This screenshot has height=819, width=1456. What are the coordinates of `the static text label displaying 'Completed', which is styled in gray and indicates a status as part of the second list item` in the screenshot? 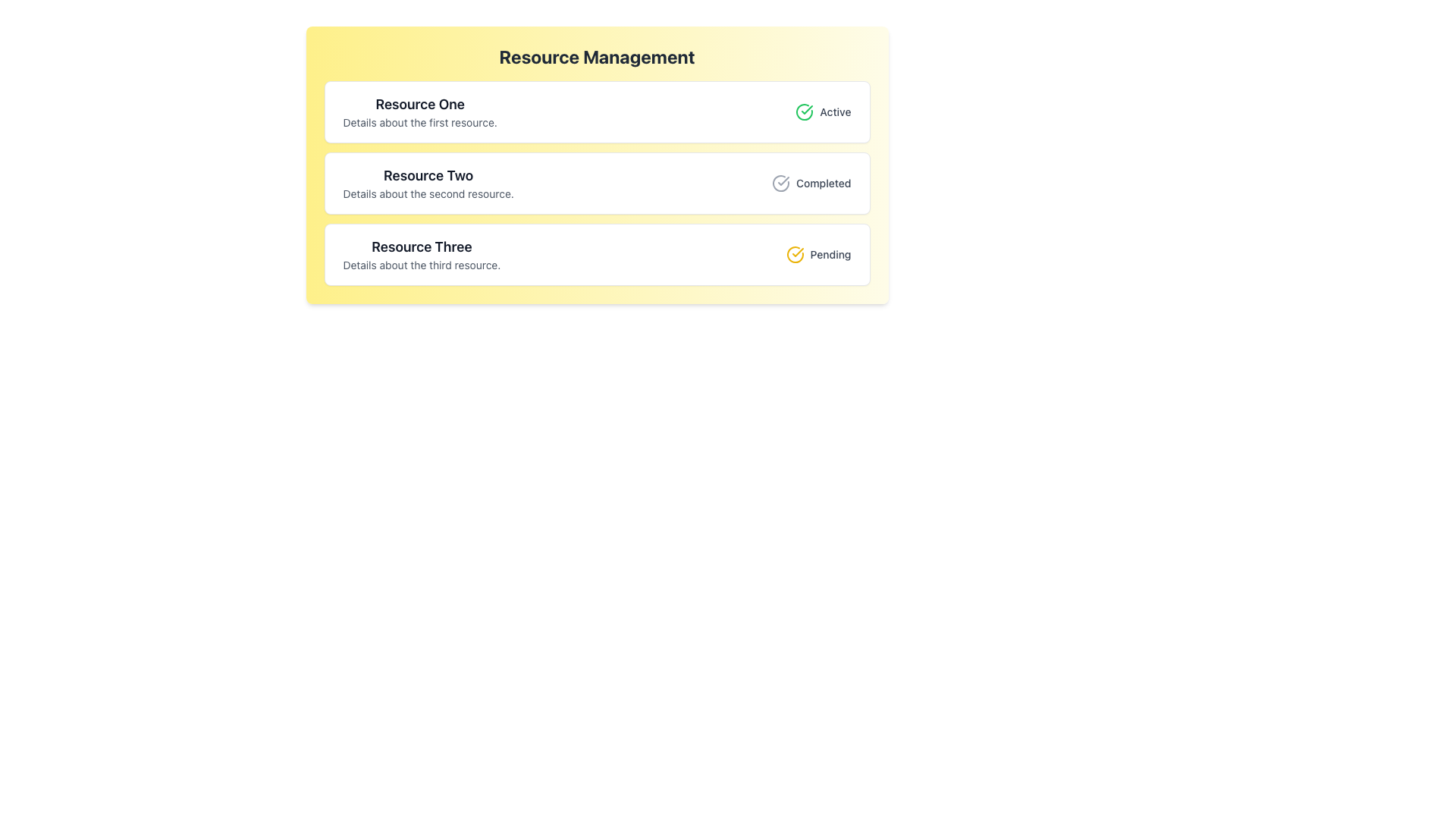 It's located at (823, 183).